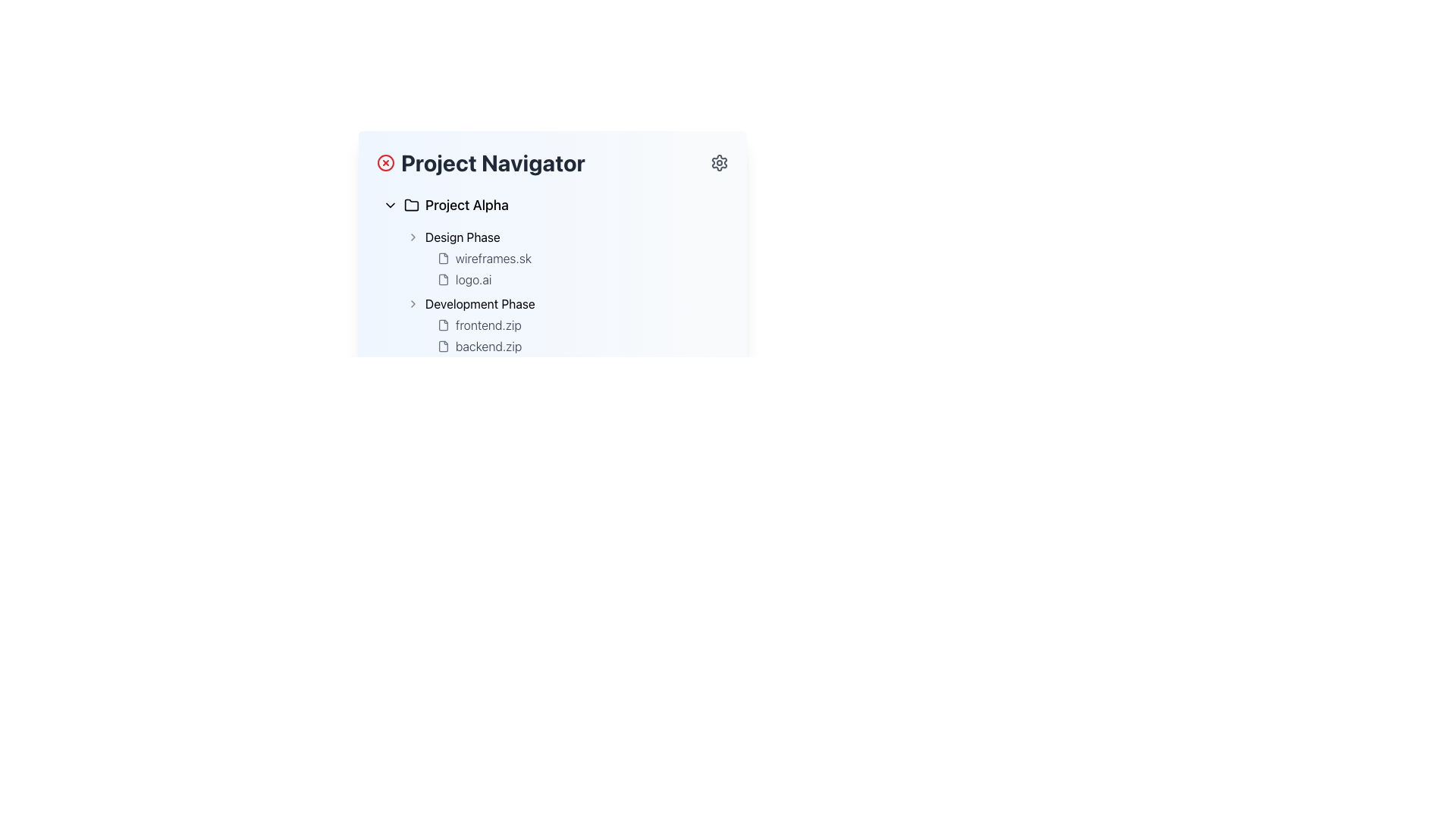  What do you see at coordinates (563, 292) in the screenshot?
I see `an item in the List Component under the 'Project Alpha' section` at bounding box center [563, 292].